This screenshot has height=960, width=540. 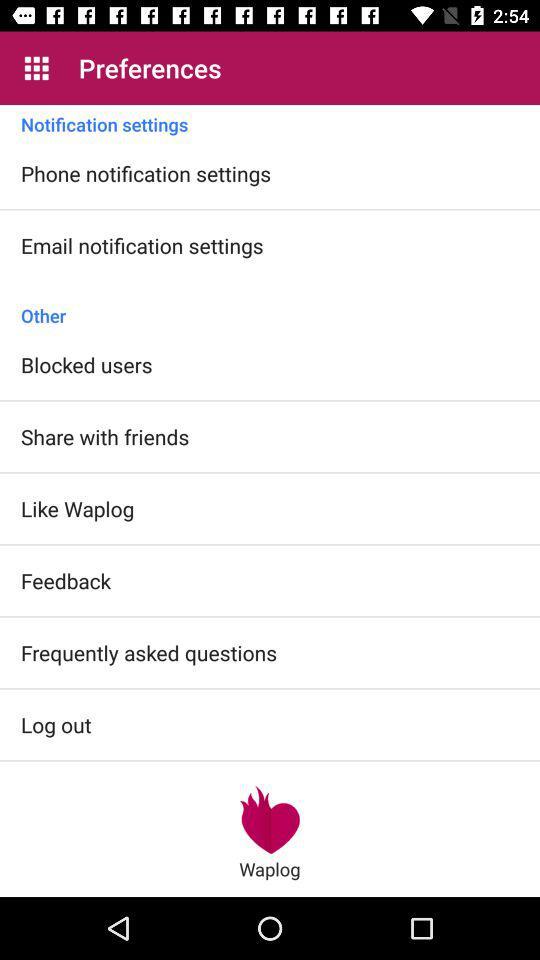 What do you see at coordinates (85, 363) in the screenshot?
I see `the icon above share with friends item` at bounding box center [85, 363].